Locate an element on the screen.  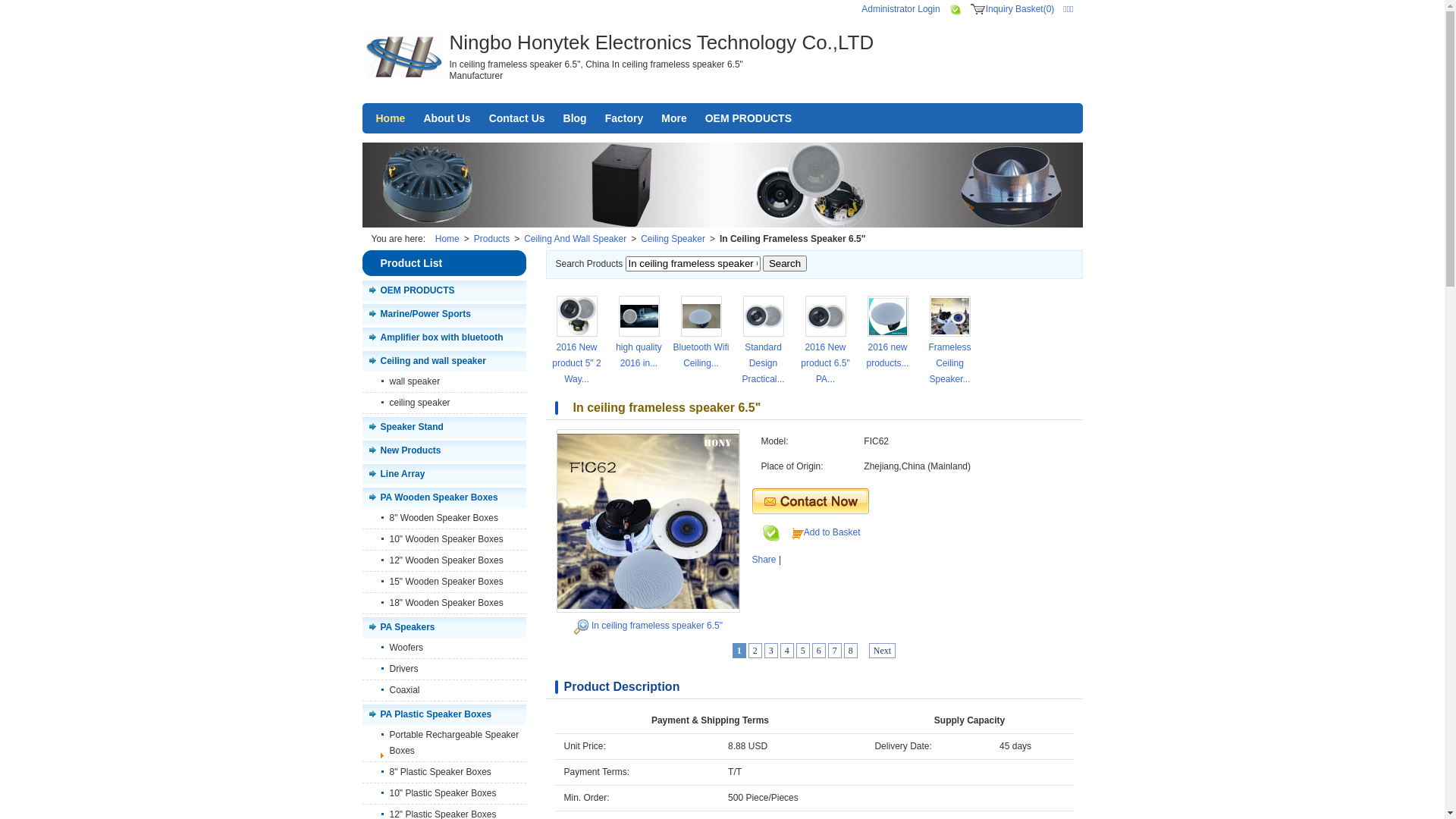
'Ceiling Speaker' is located at coordinates (672, 239).